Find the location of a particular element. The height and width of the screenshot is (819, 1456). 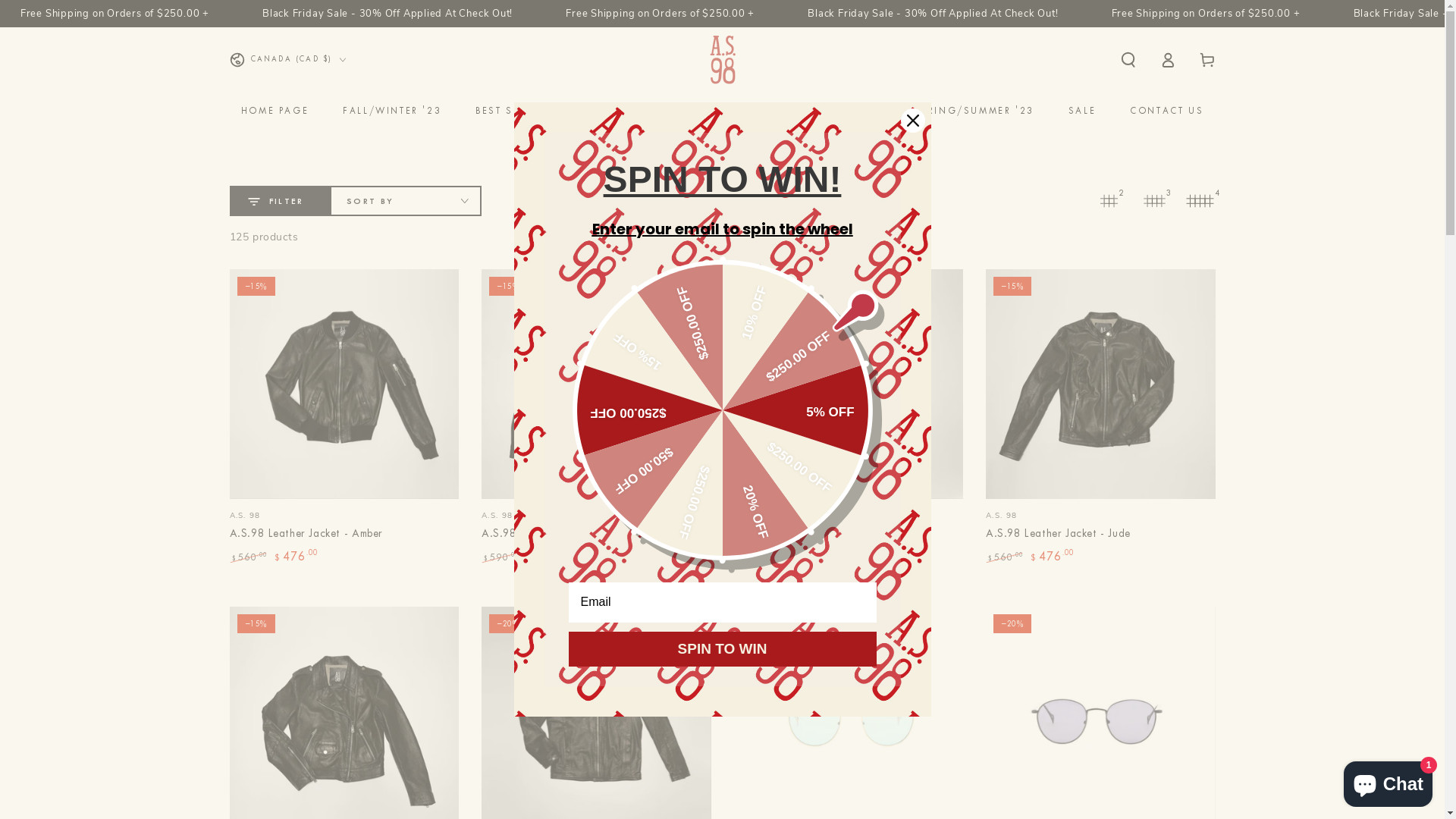

'Black Friday Sale - 30% Off Applied At Check Out!' is located at coordinates (298, 14).